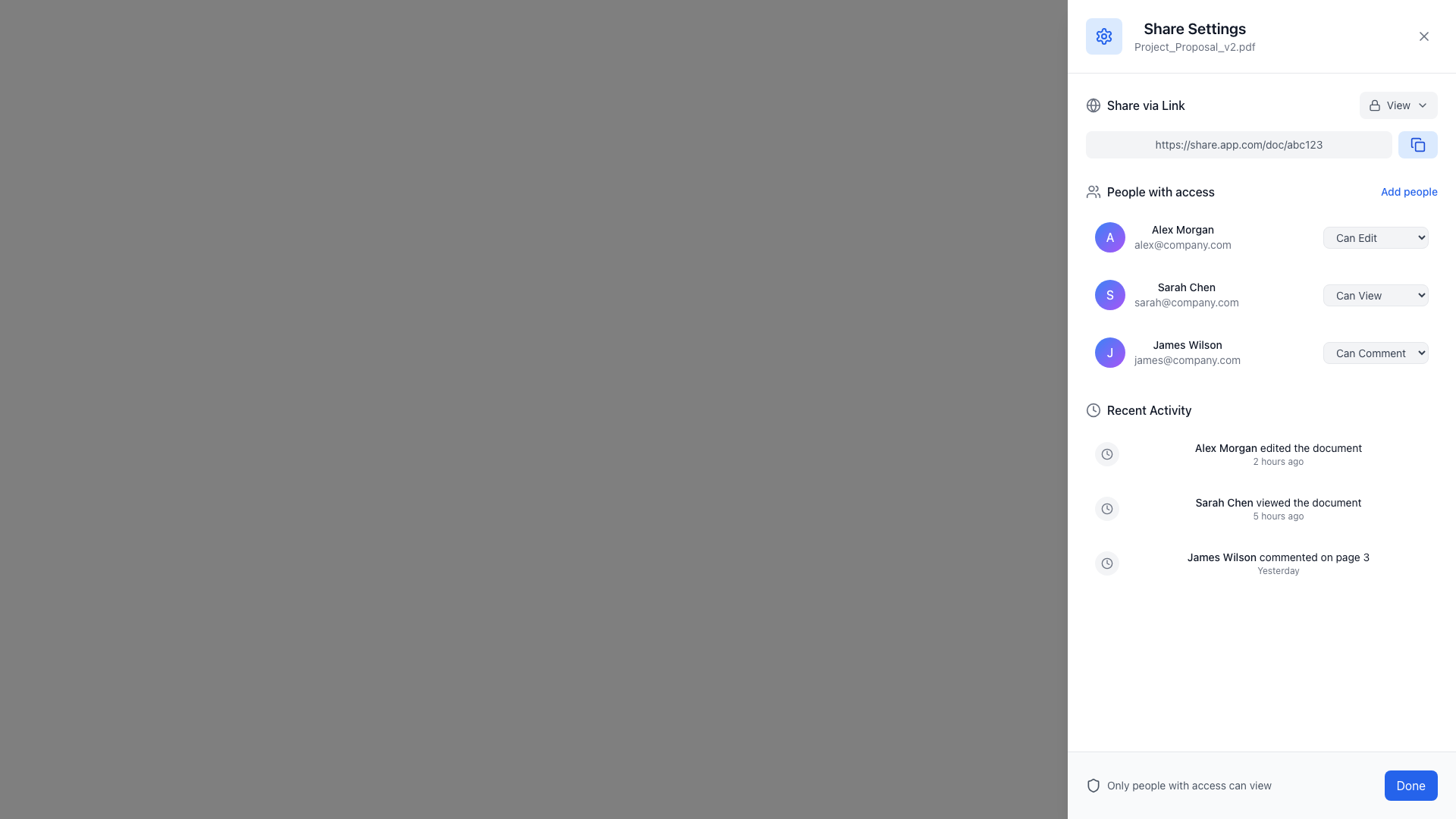  I want to click on the access rights dropdown for the user entry of 'Sarah Chen' in the 'People with access' section to modify access rights, so click(1262, 295).